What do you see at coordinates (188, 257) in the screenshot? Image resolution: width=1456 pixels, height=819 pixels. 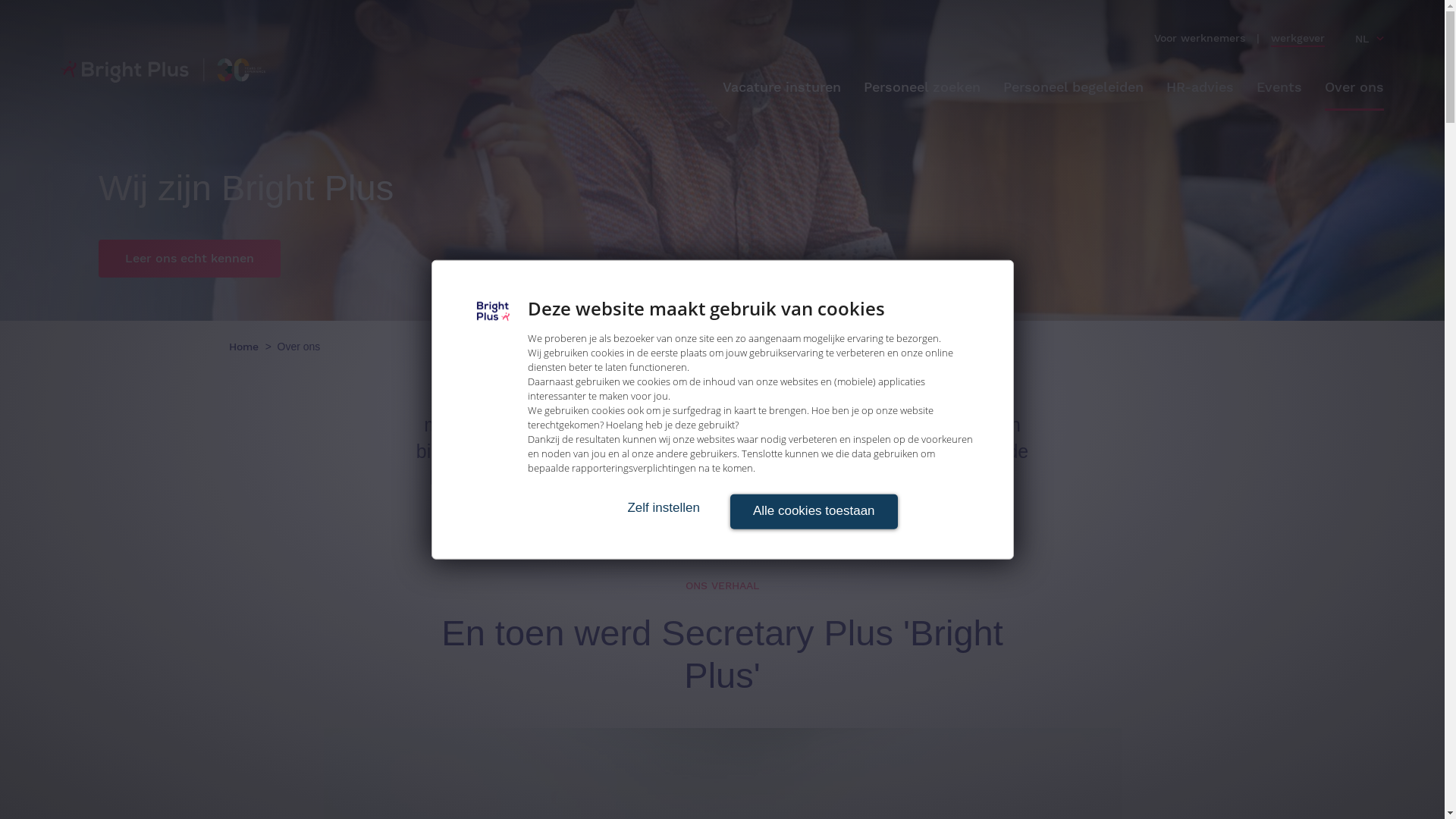 I see `'Leer ons echt kennen'` at bounding box center [188, 257].